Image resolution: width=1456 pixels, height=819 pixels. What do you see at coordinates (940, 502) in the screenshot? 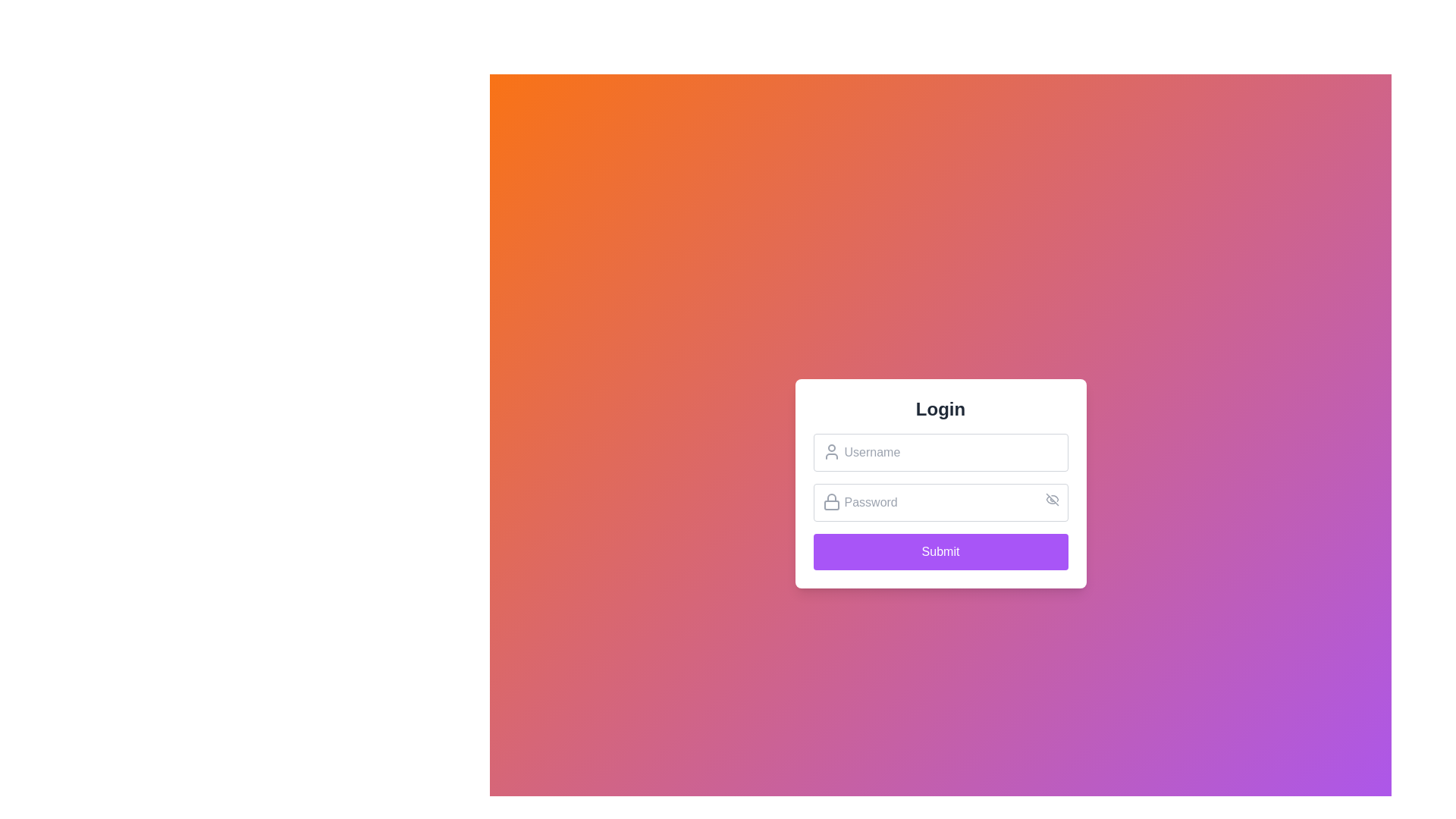
I see `the password input field located below the username input field in the login form to focus on it` at bounding box center [940, 502].